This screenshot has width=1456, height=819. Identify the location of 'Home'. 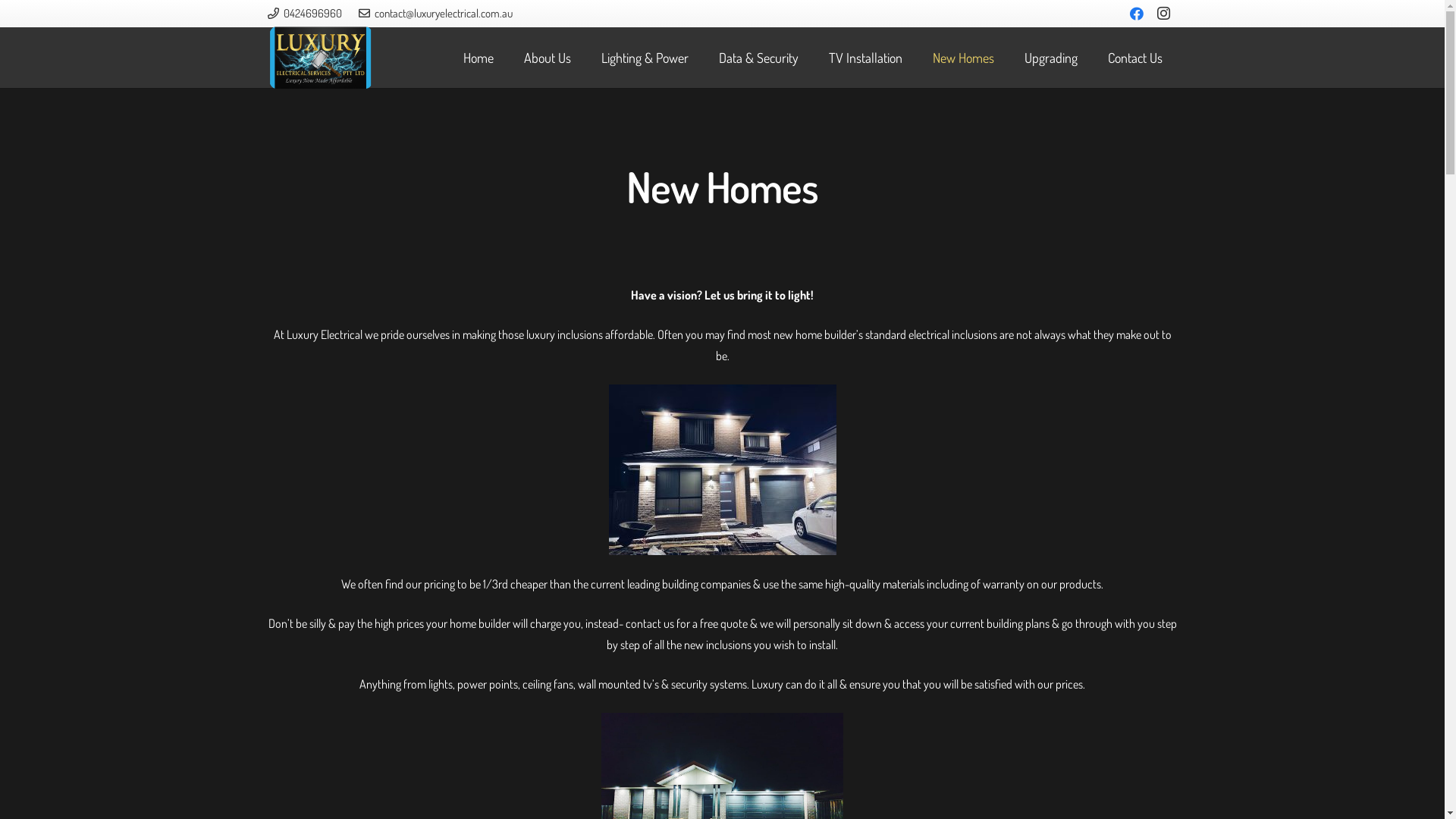
(477, 57).